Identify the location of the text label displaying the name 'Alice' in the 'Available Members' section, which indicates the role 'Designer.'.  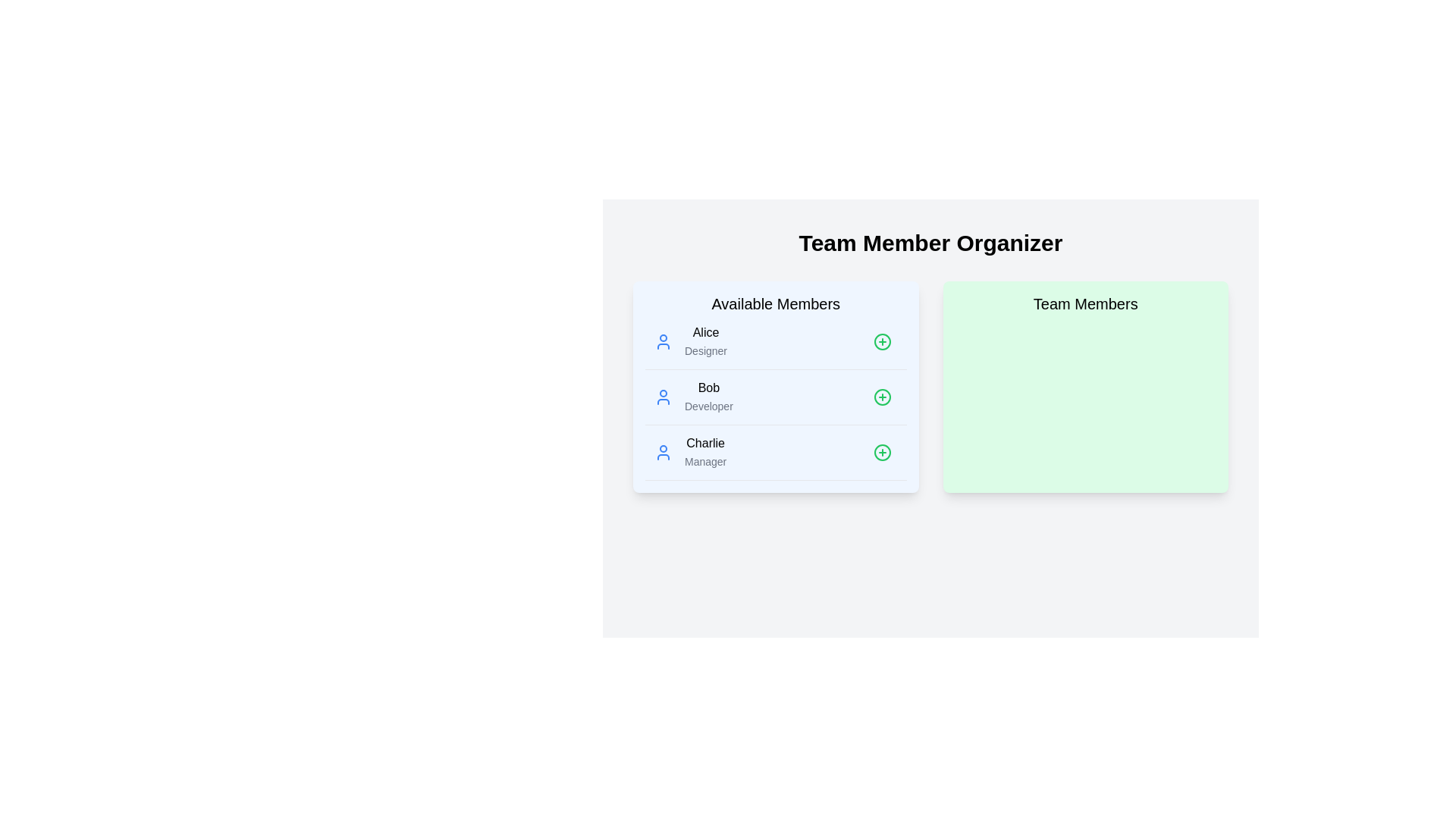
(705, 332).